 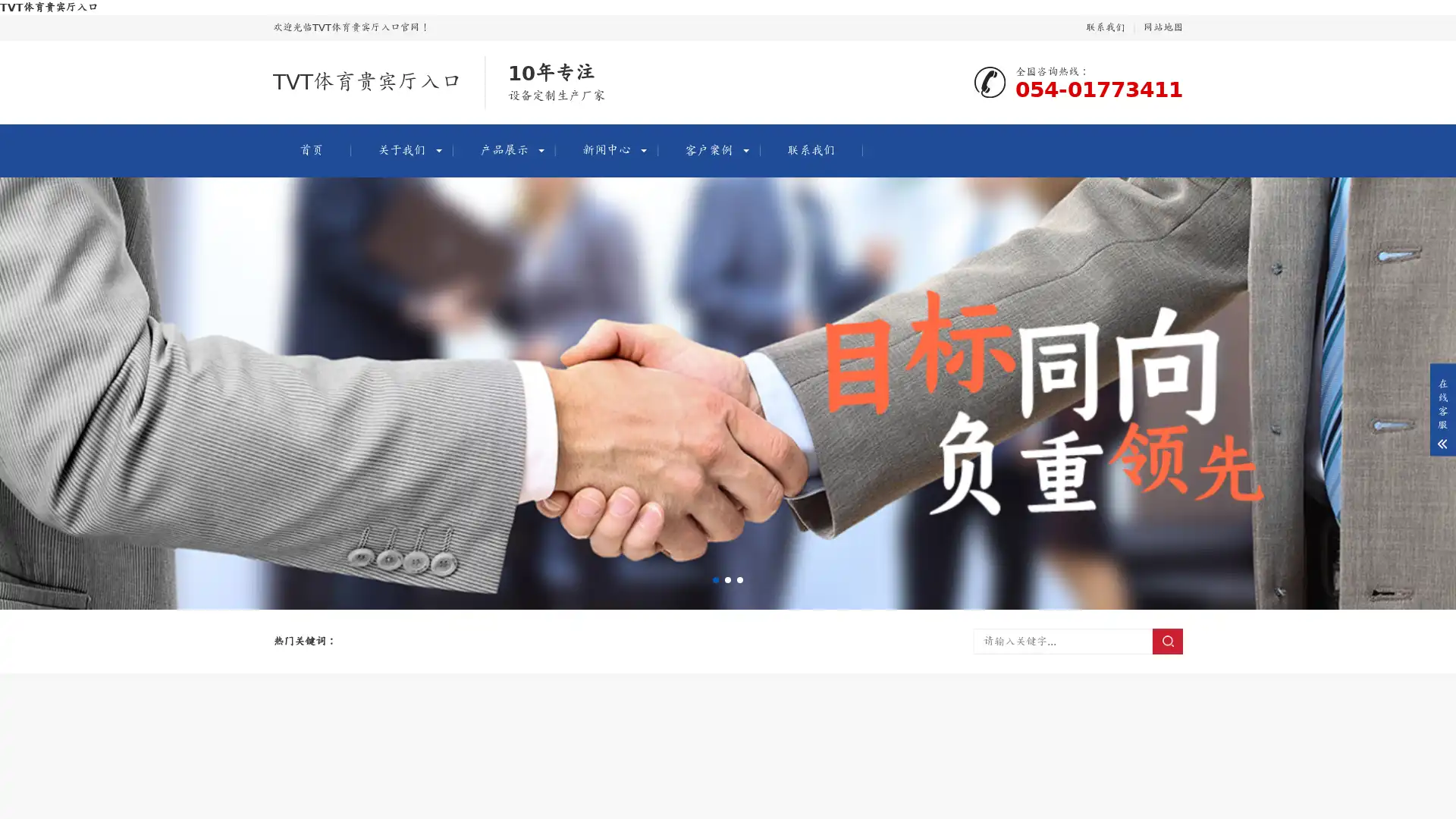 What do you see at coordinates (715, 579) in the screenshot?
I see `Go to slide 1` at bounding box center [715, 579].